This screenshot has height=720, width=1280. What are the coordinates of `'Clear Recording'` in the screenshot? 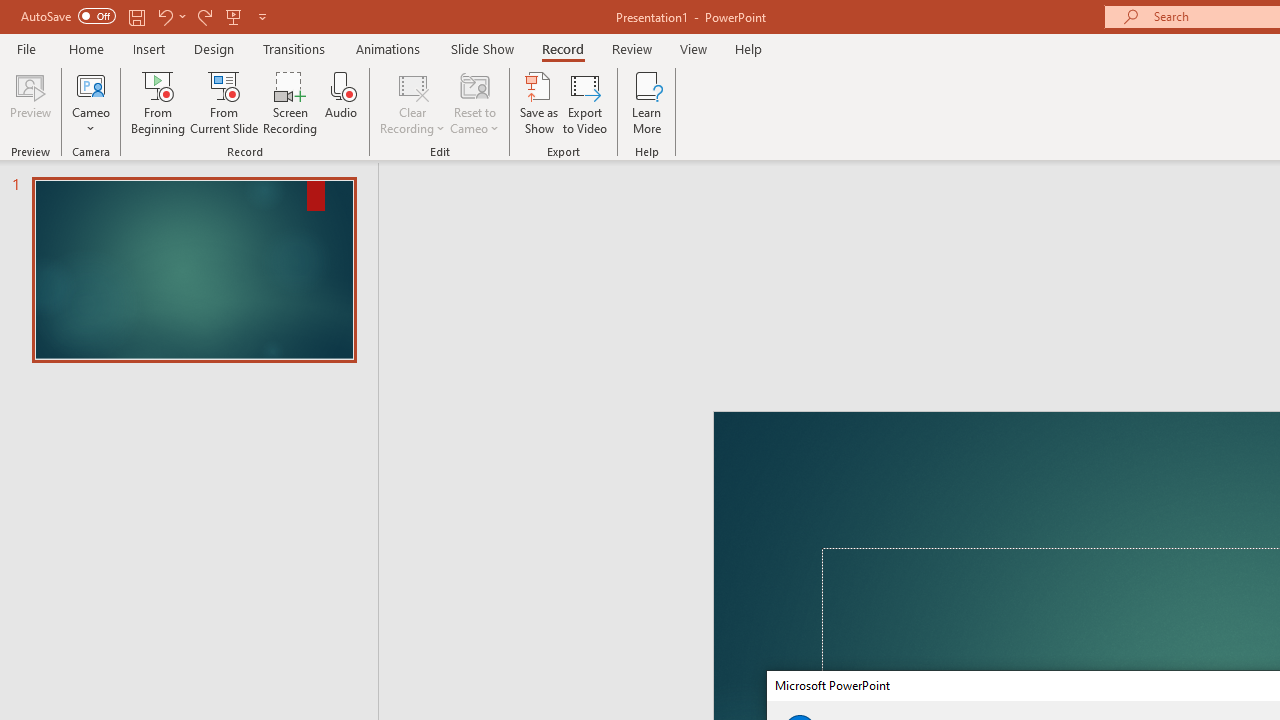 It's located at (411, 103).